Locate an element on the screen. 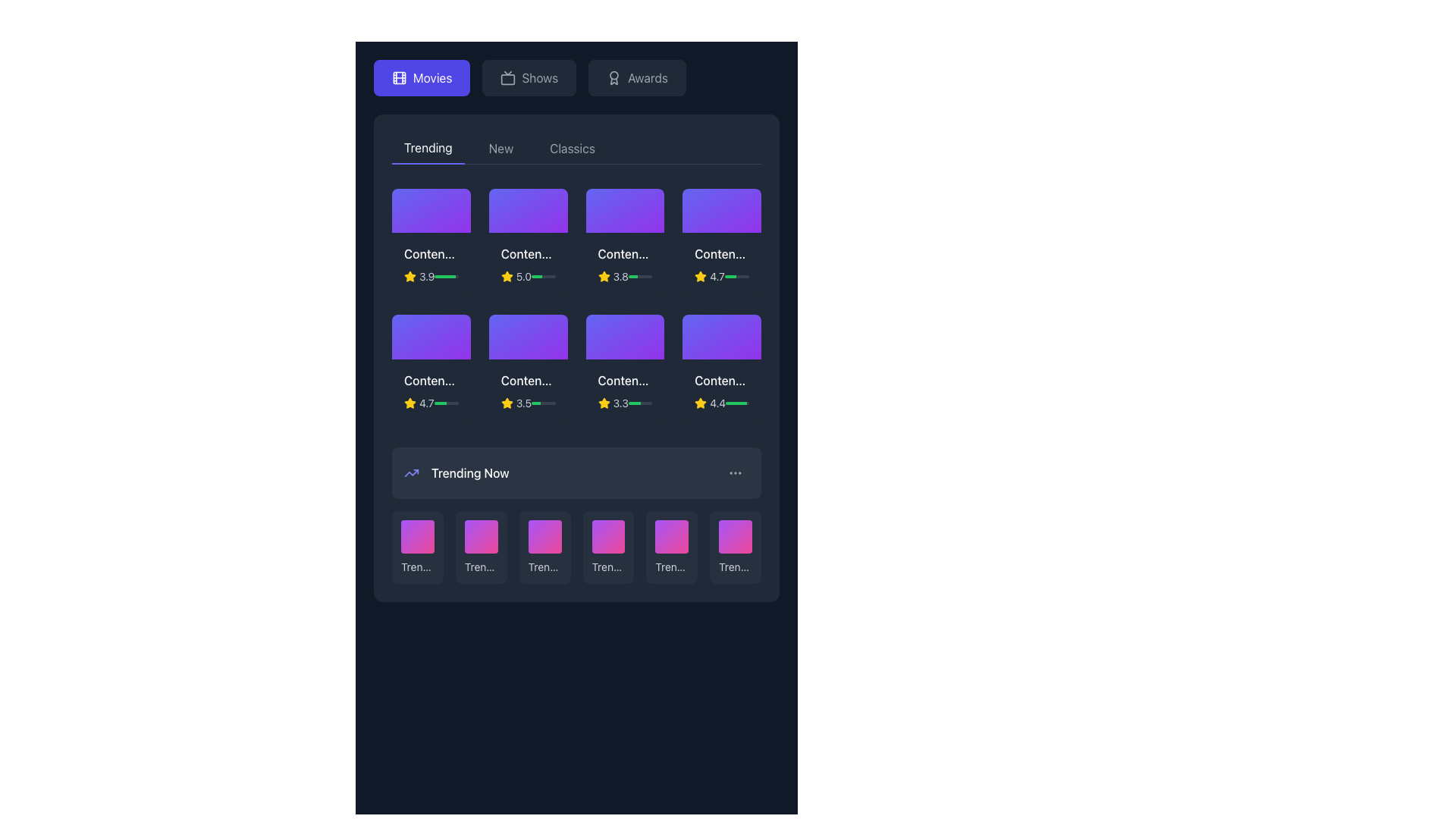 The width and height of the screenshot is (1456, 819). the Interactive Media Panel located in the bottom-right corner of the grid layout within the 'Trending' section is located at coordinates (721, 336).